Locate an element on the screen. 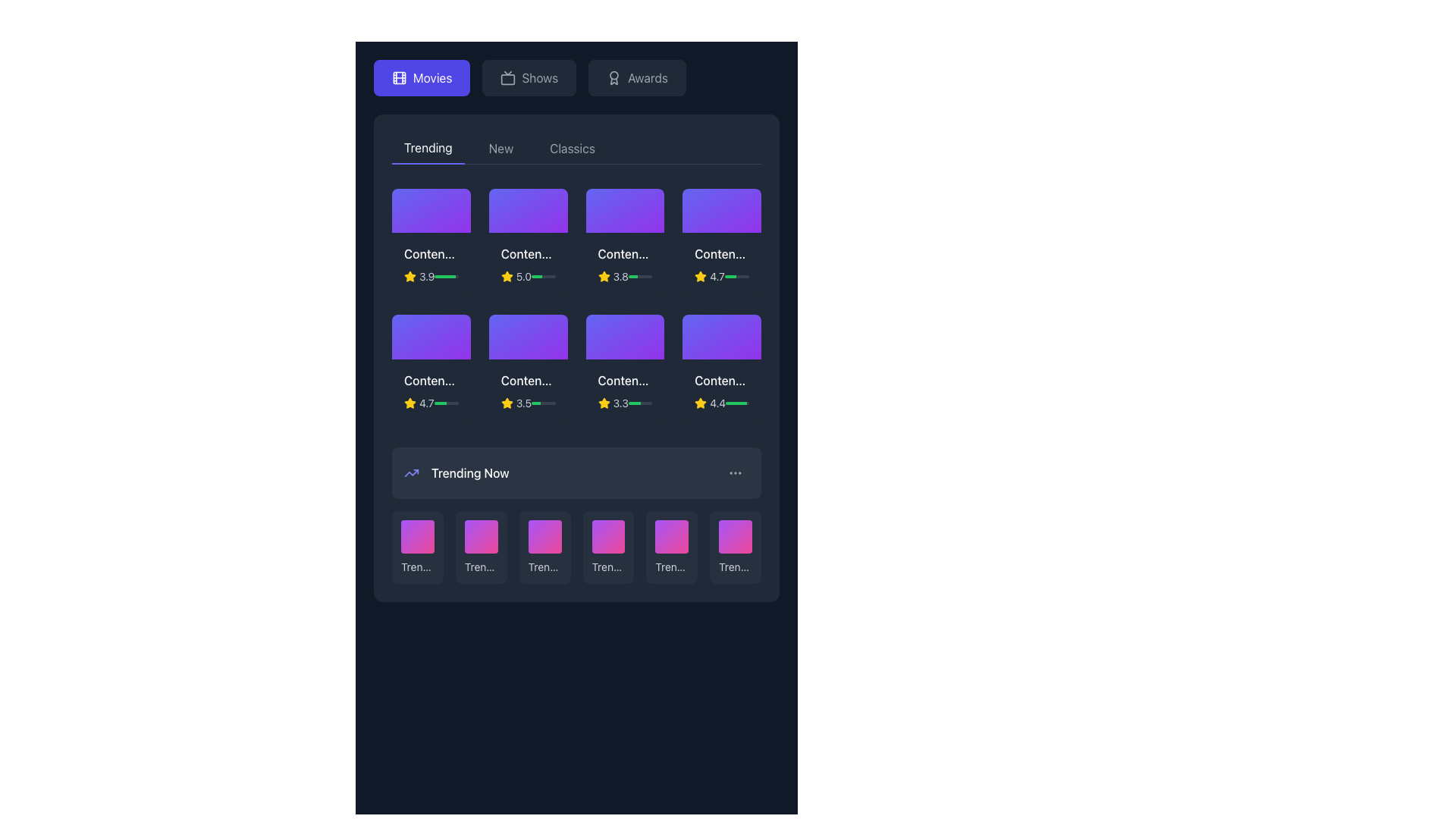 The width and height of the screenshot is (1456, 819). the Interactive Media Panel located in the bottom-right corner of the grid layout within the 'Trending' section is located at coordinates (721, 336).